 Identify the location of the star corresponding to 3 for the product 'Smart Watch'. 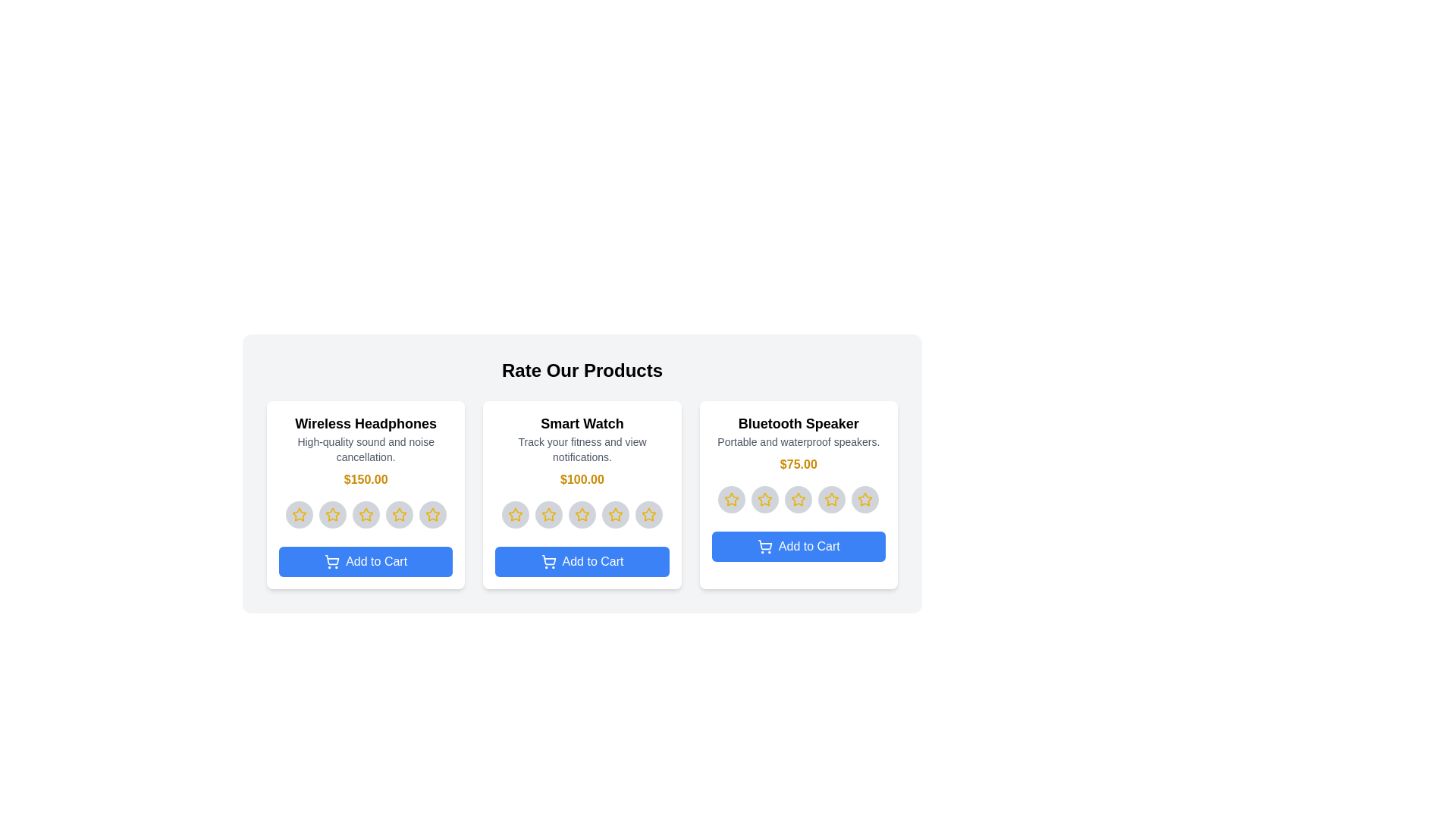
(582, 513).